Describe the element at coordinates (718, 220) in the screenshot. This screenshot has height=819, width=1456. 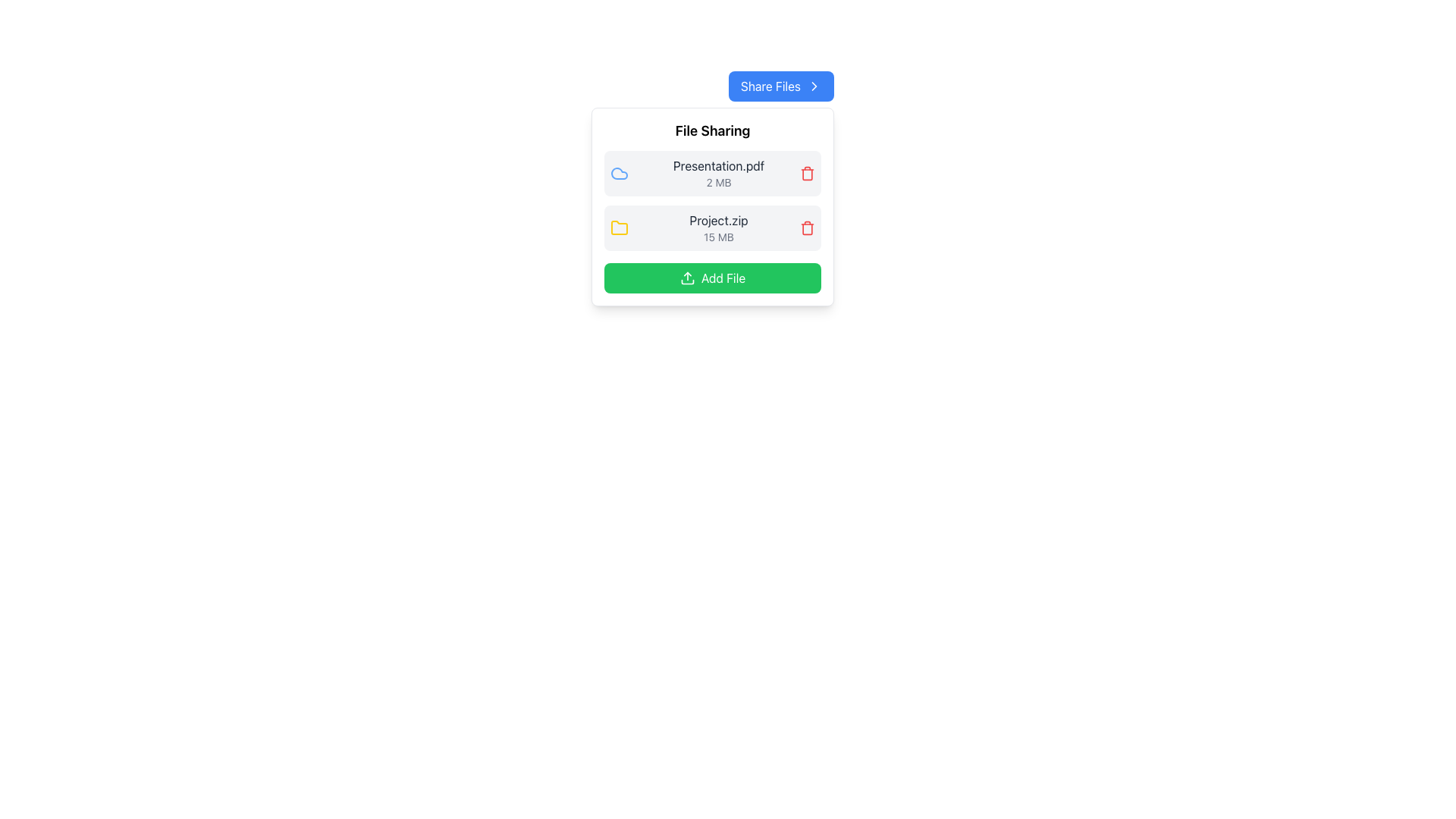
I see `static text element displaying the filename 'Project.zip', located between 'Presentation.pdf' and the 'Add File' button in the file sharing interface` at that location.